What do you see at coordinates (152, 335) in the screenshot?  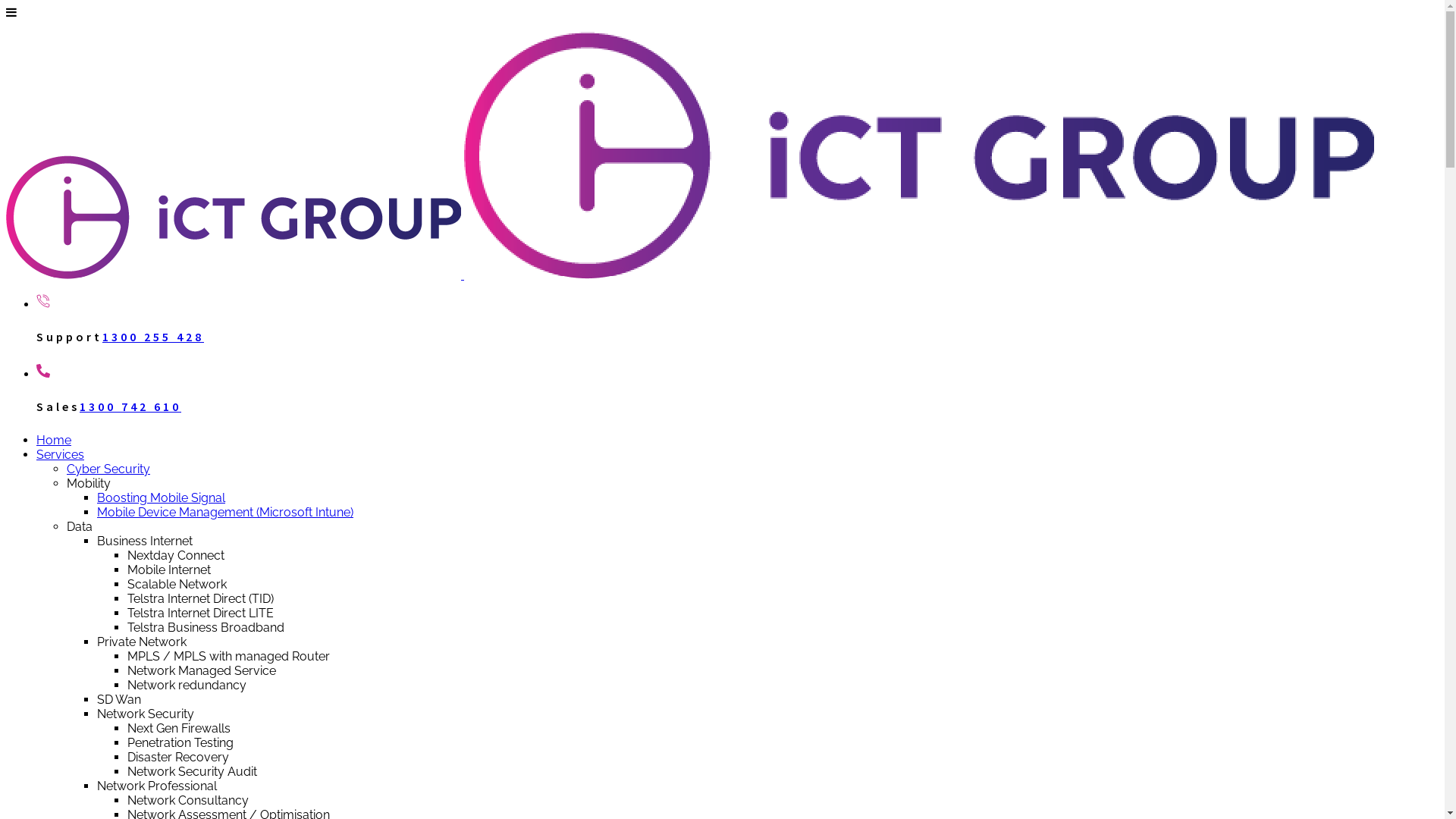 I see `'1300 255 428'` at bounding box center [152, 335].